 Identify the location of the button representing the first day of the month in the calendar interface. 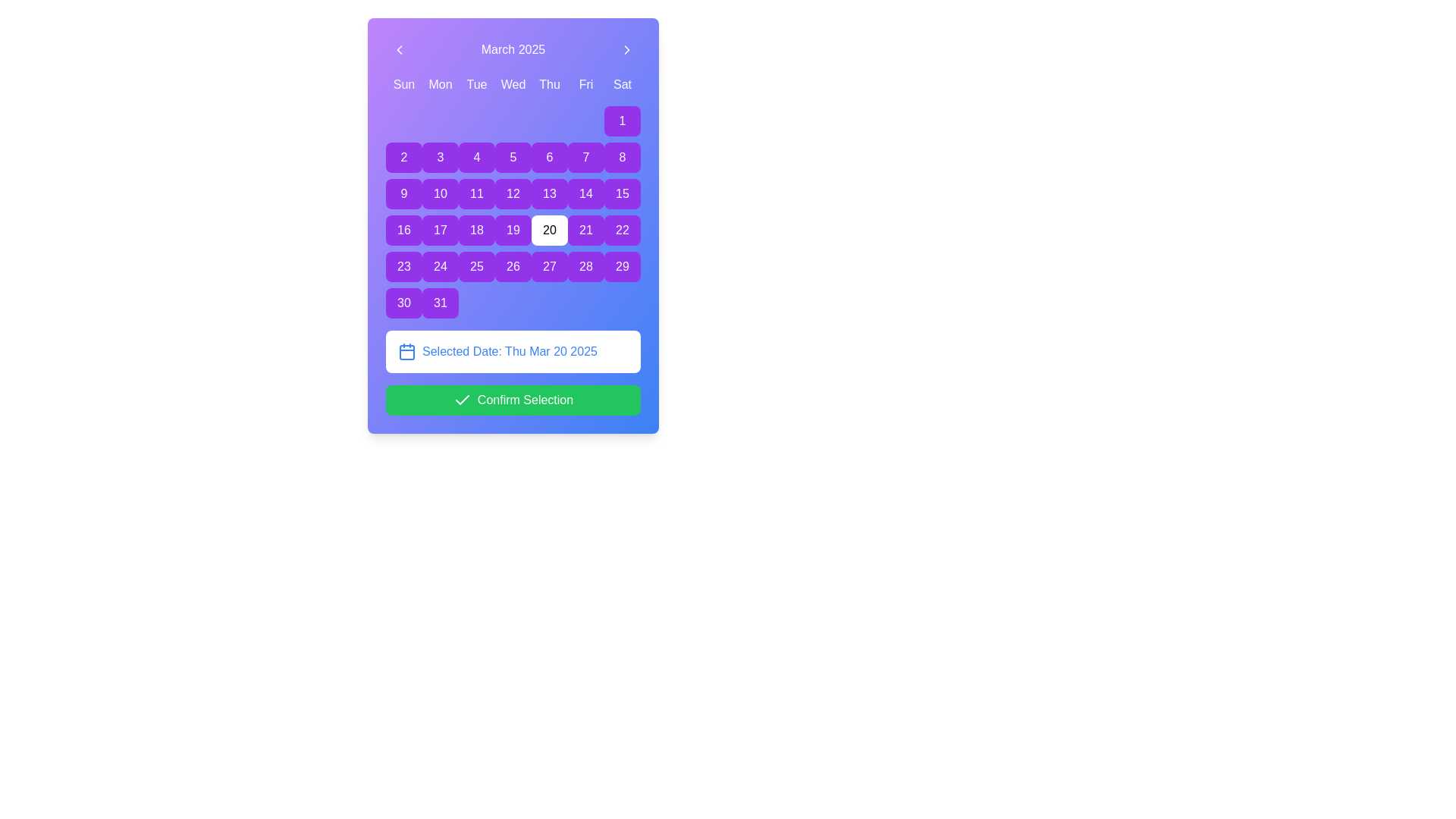
(622, 120).